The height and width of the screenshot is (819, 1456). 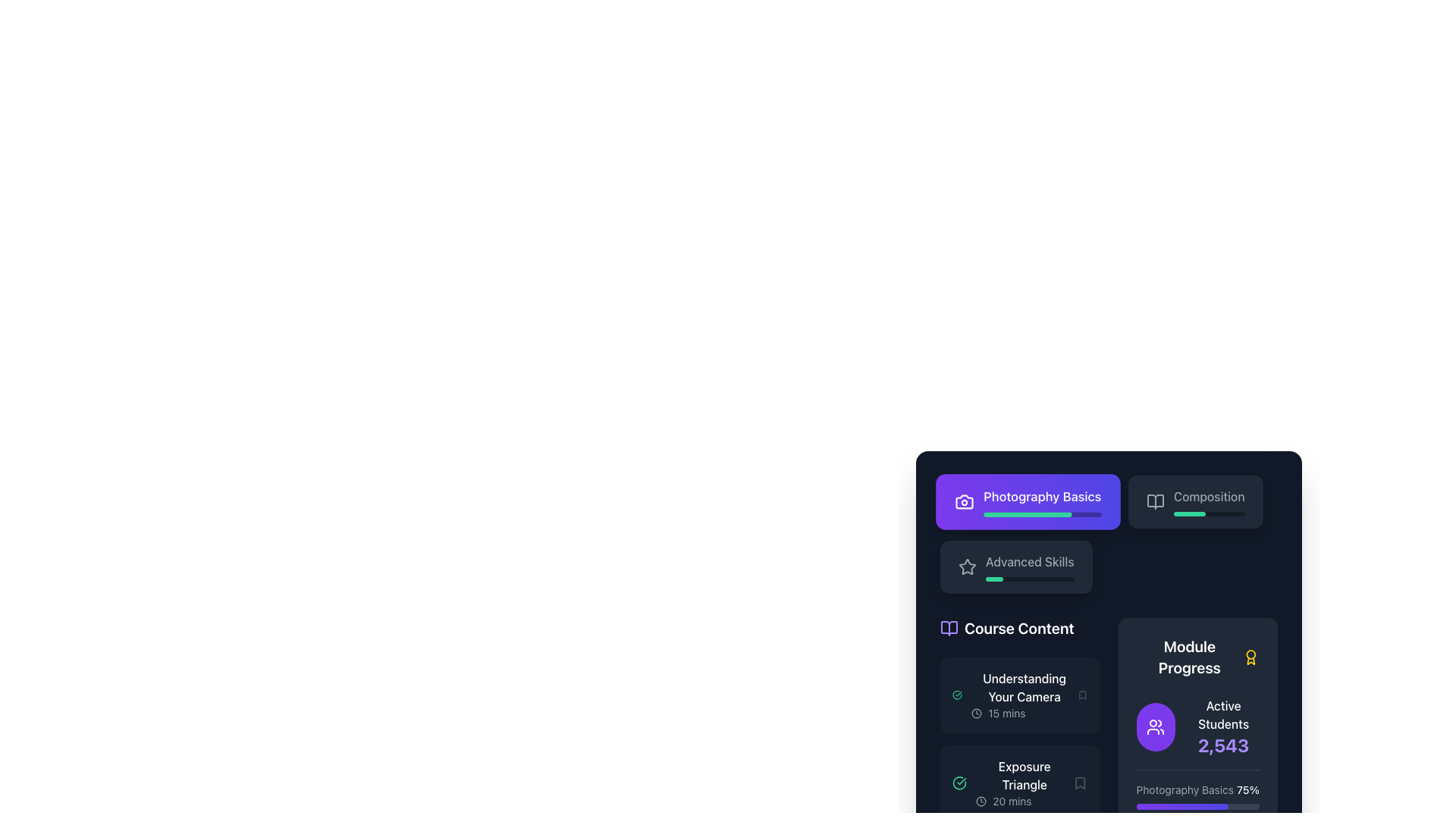 What do you see at coordinates (1181, 806) in the screenshot?
I see `the Progress Indicator (Progress Bar Segment) that visually indicates 75% completion for the 'Photography Basics' module located in the 'Module Progress' section` at bounding box center [1181, 806].